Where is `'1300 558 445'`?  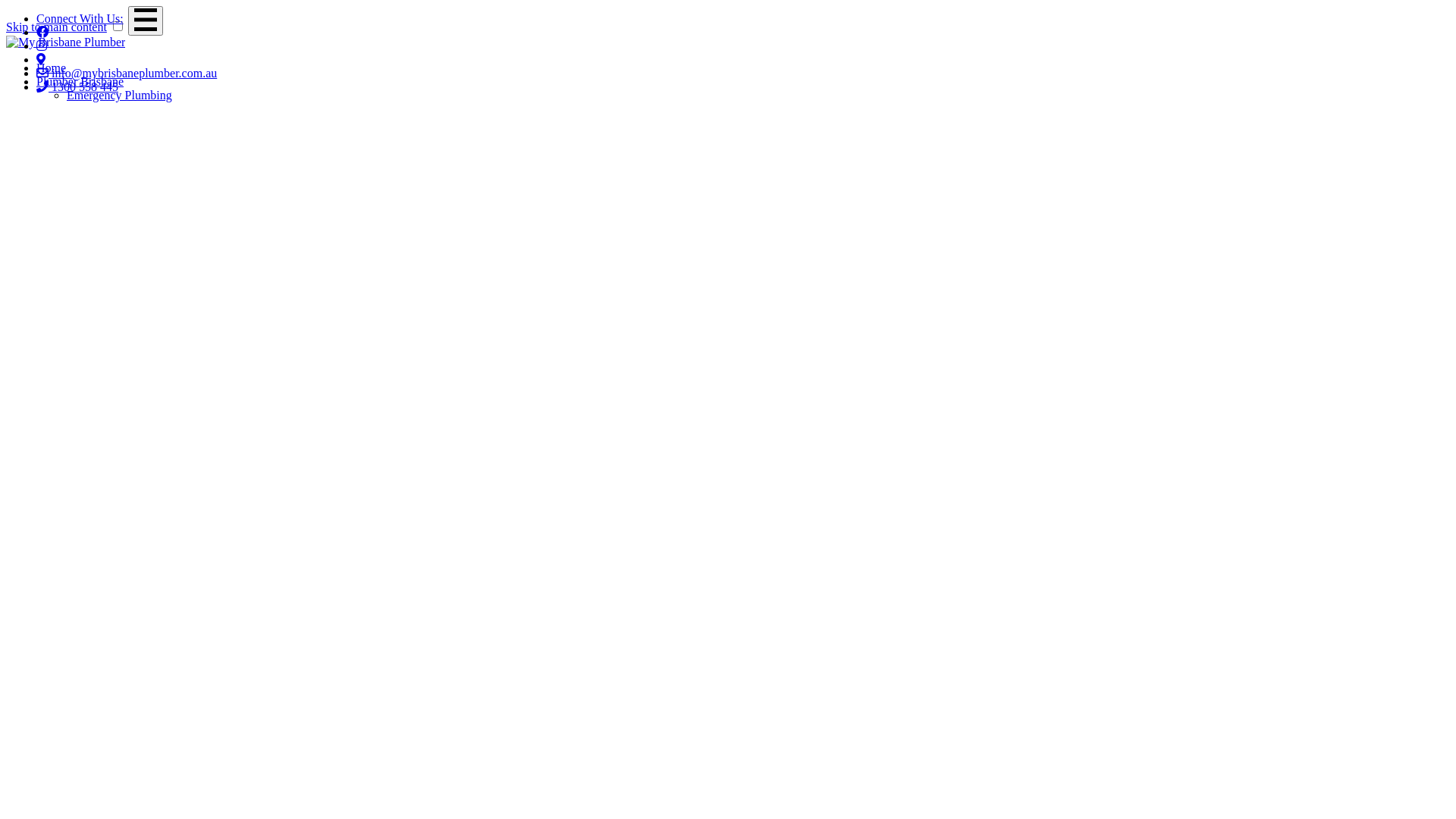
'1300 558 445' is located at coordinates (76, 86).